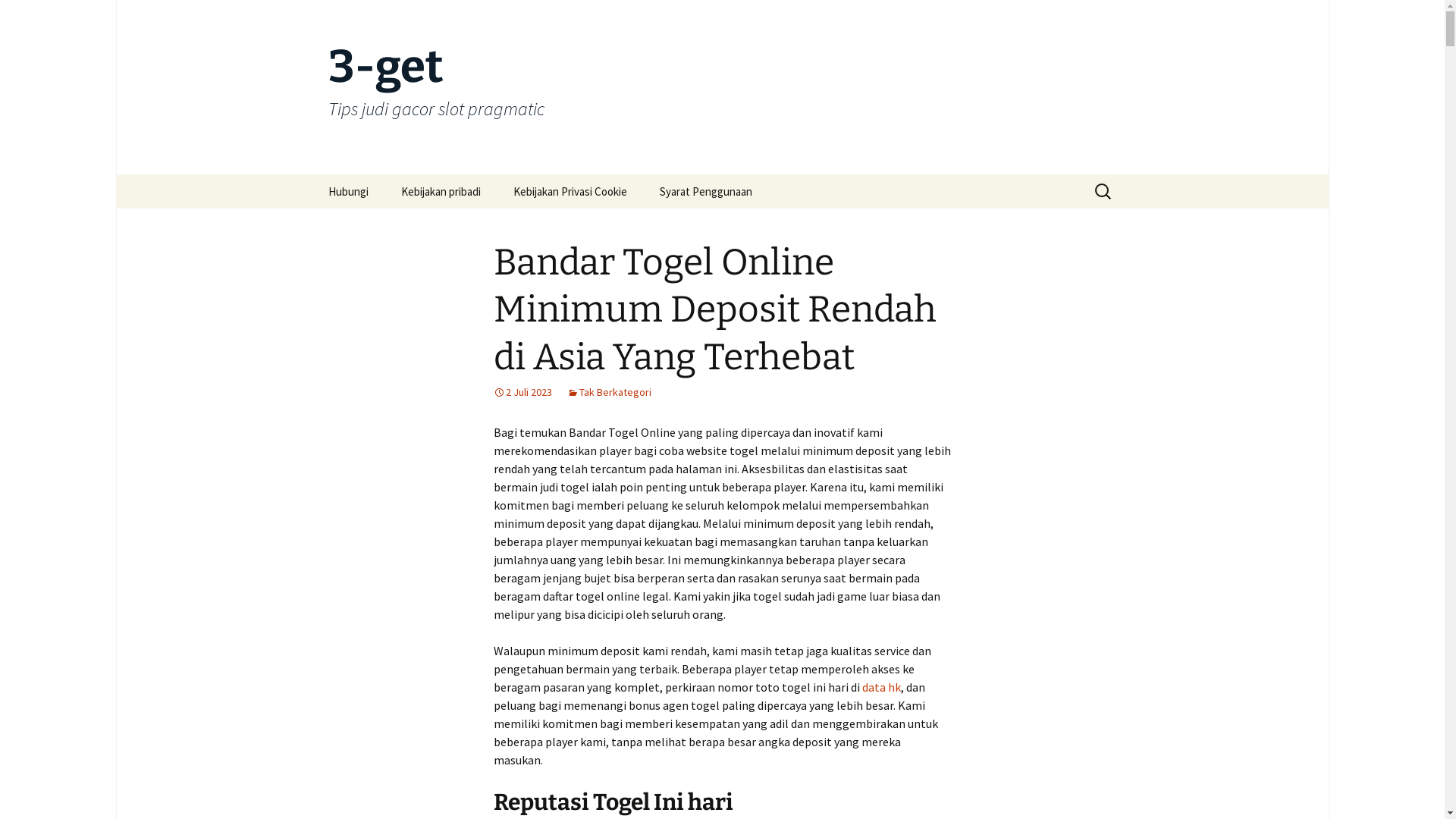 The height and width of the screenshot is (819, 1456). Describe the element at coordinates (312, 173) in the screenshot. I see `'Langsung ke isi'` at that location.